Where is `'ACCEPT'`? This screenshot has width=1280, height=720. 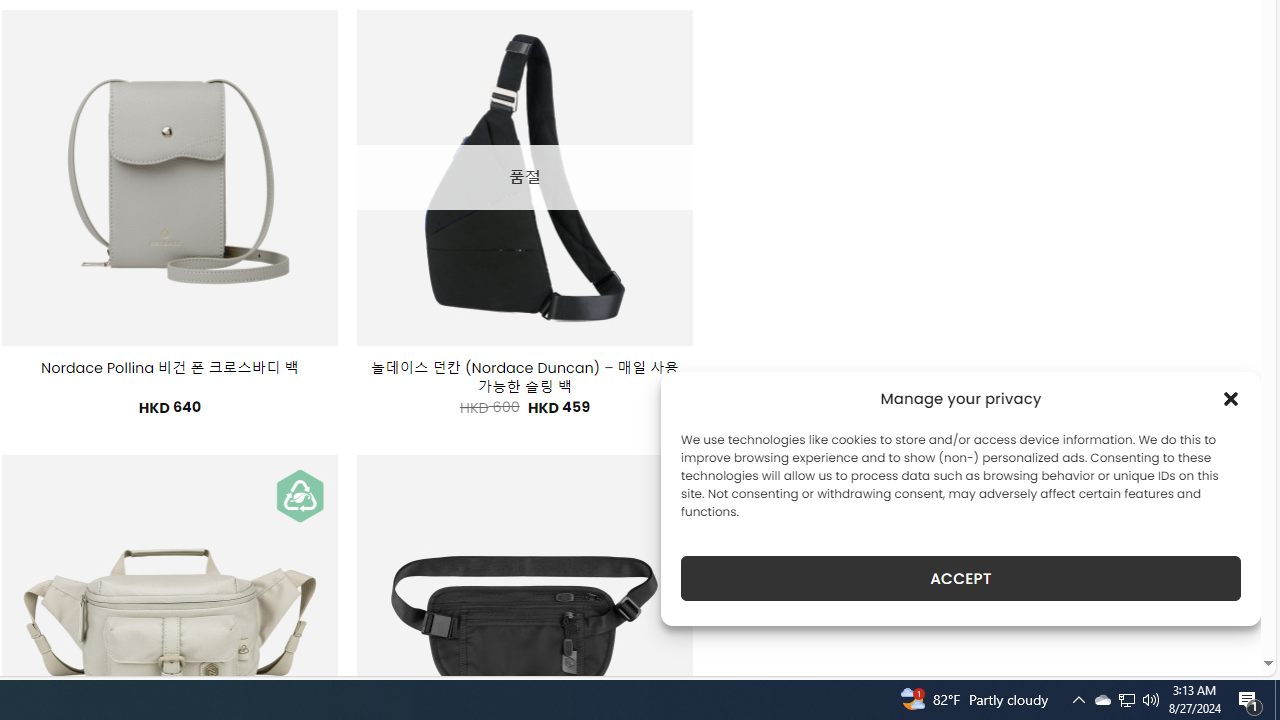
'ACCEPT' is located at coordinates (961, 578).